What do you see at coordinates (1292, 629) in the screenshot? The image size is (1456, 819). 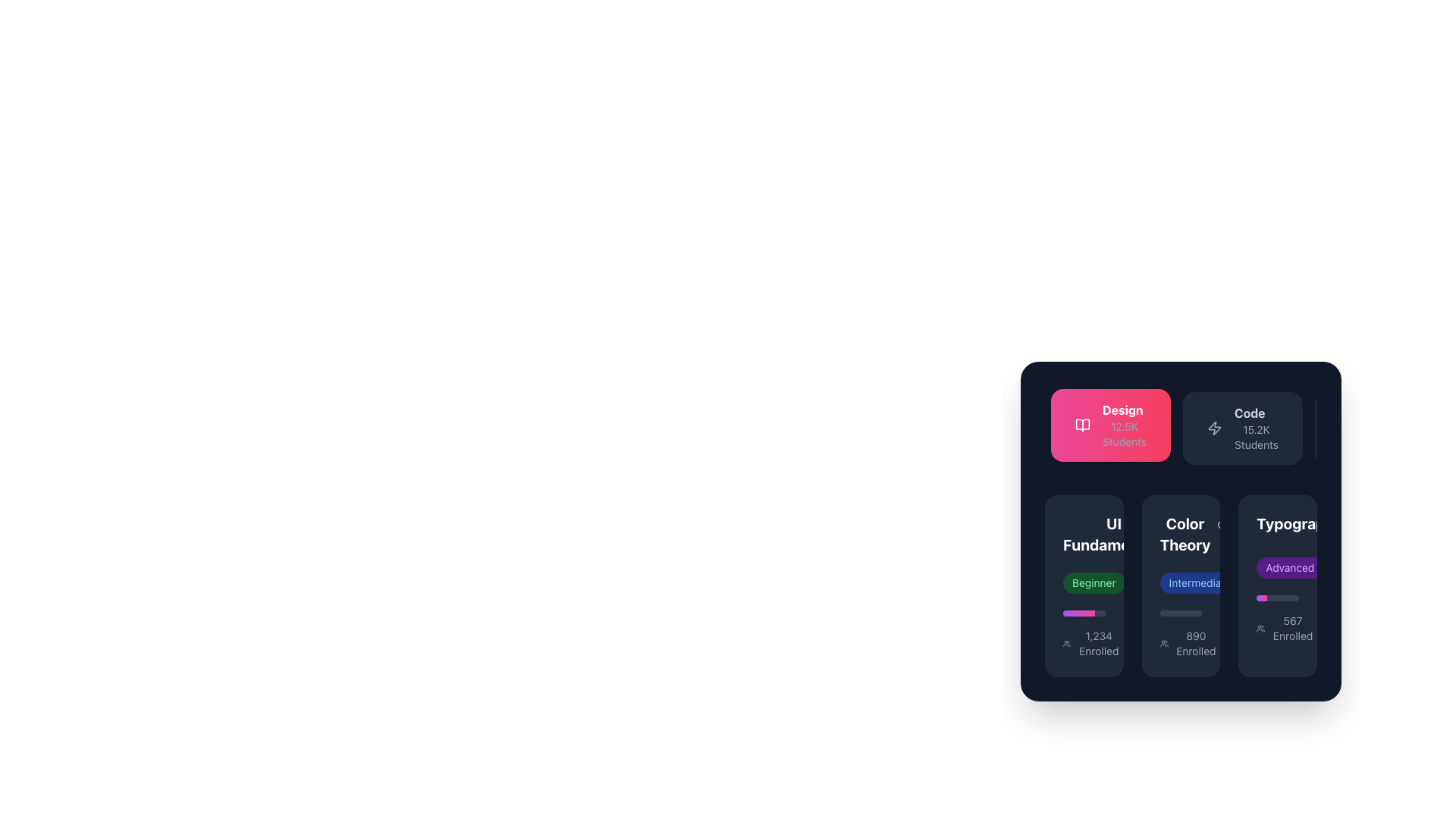 I see `the text label displaying '567 Enrolled', which is styled in white against a dark background, located at the bottom-right corner of the 'Typography' card` at bounding box center [1292, 629].